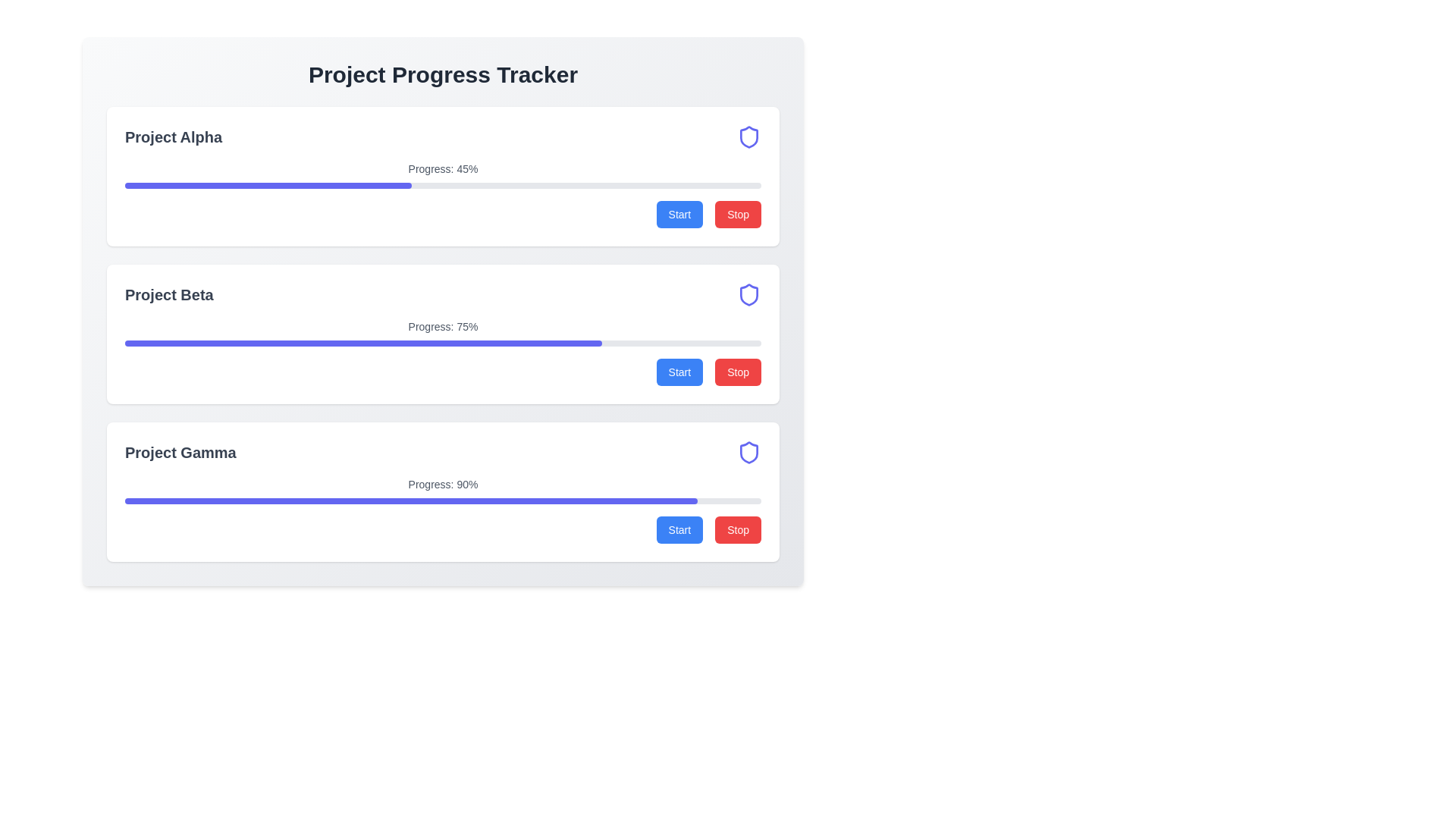 This screenshot has width=1456, height=819. What do you see at coordinates (679, 372) in the screenshot?
I see `the rectangular 'Start' button with a blue background and white text to initiate the process` at bounding box center [679, 372].